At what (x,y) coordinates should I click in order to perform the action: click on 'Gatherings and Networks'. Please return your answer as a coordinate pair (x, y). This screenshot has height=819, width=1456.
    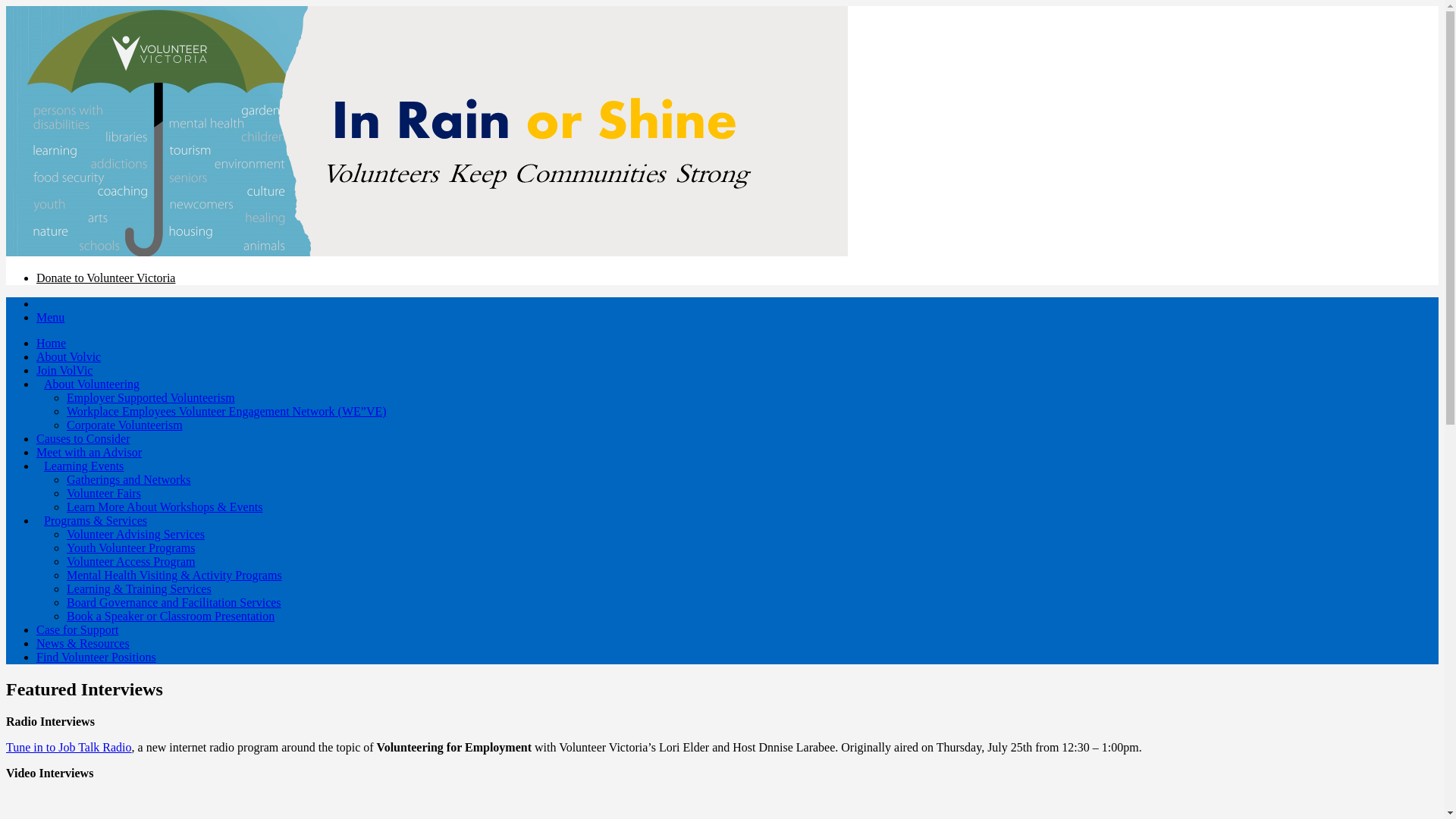
    Looking at the image, I should click on (128, 479).